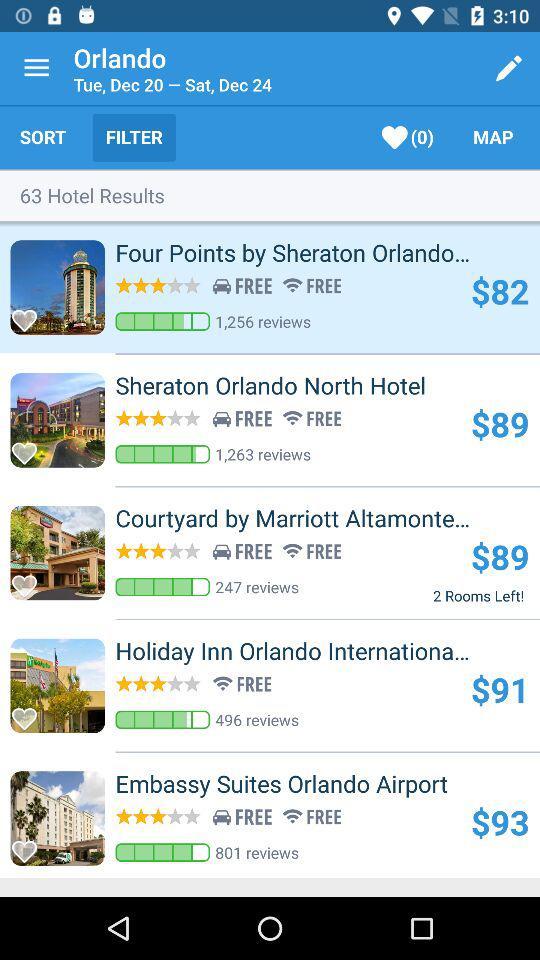 This screenshot has height=960, width=540. What do you see at coordinates (499, 689) in the screenshot?
I see `the icon next to the 496 reviews` at bounding box center [499, 689].